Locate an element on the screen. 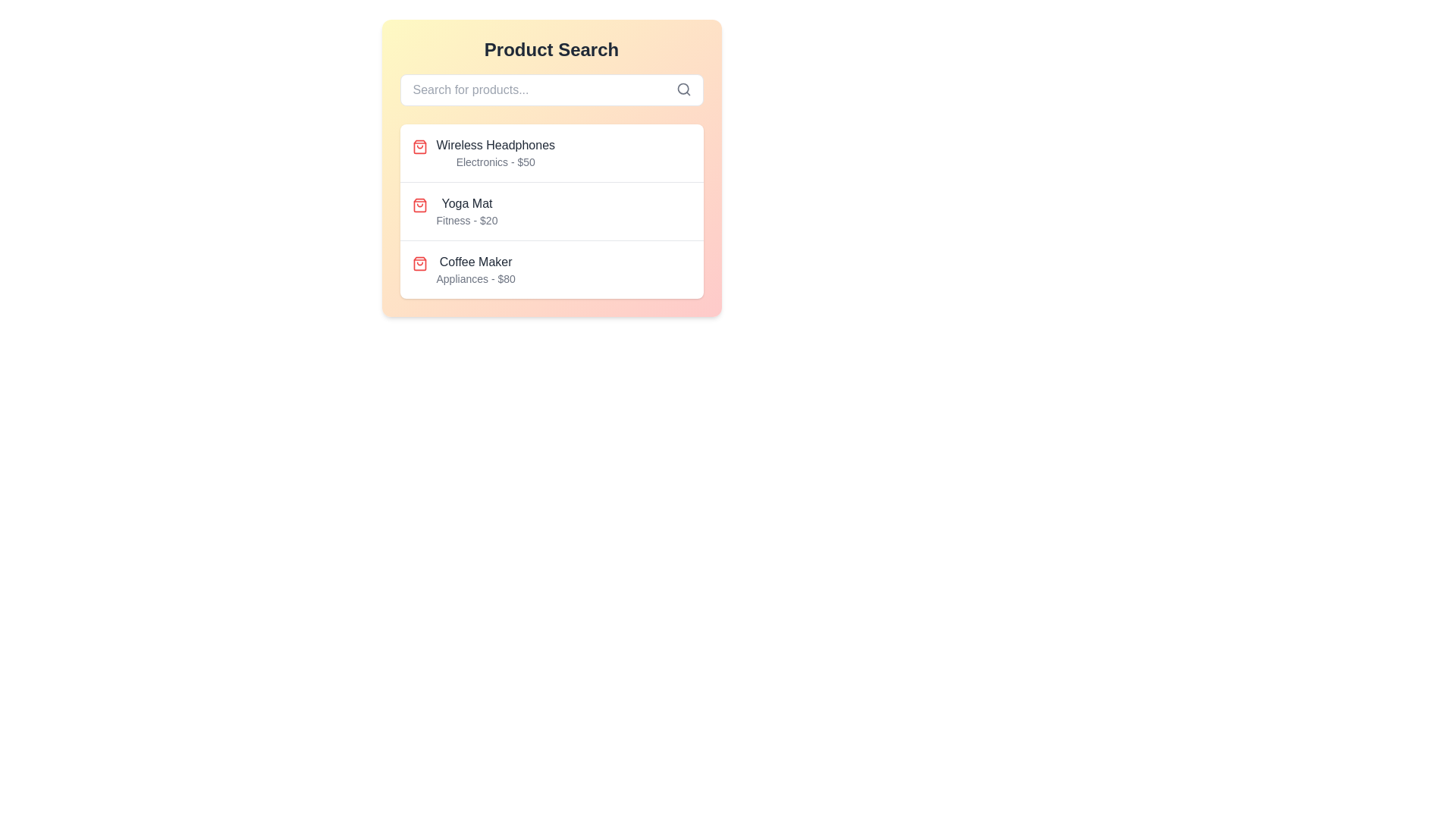 This screenshot has width=1456, height=819. information displayed in the 'Yoga Mat' Text Display element, which shows the product name and price is located at coordinates (466, 211).